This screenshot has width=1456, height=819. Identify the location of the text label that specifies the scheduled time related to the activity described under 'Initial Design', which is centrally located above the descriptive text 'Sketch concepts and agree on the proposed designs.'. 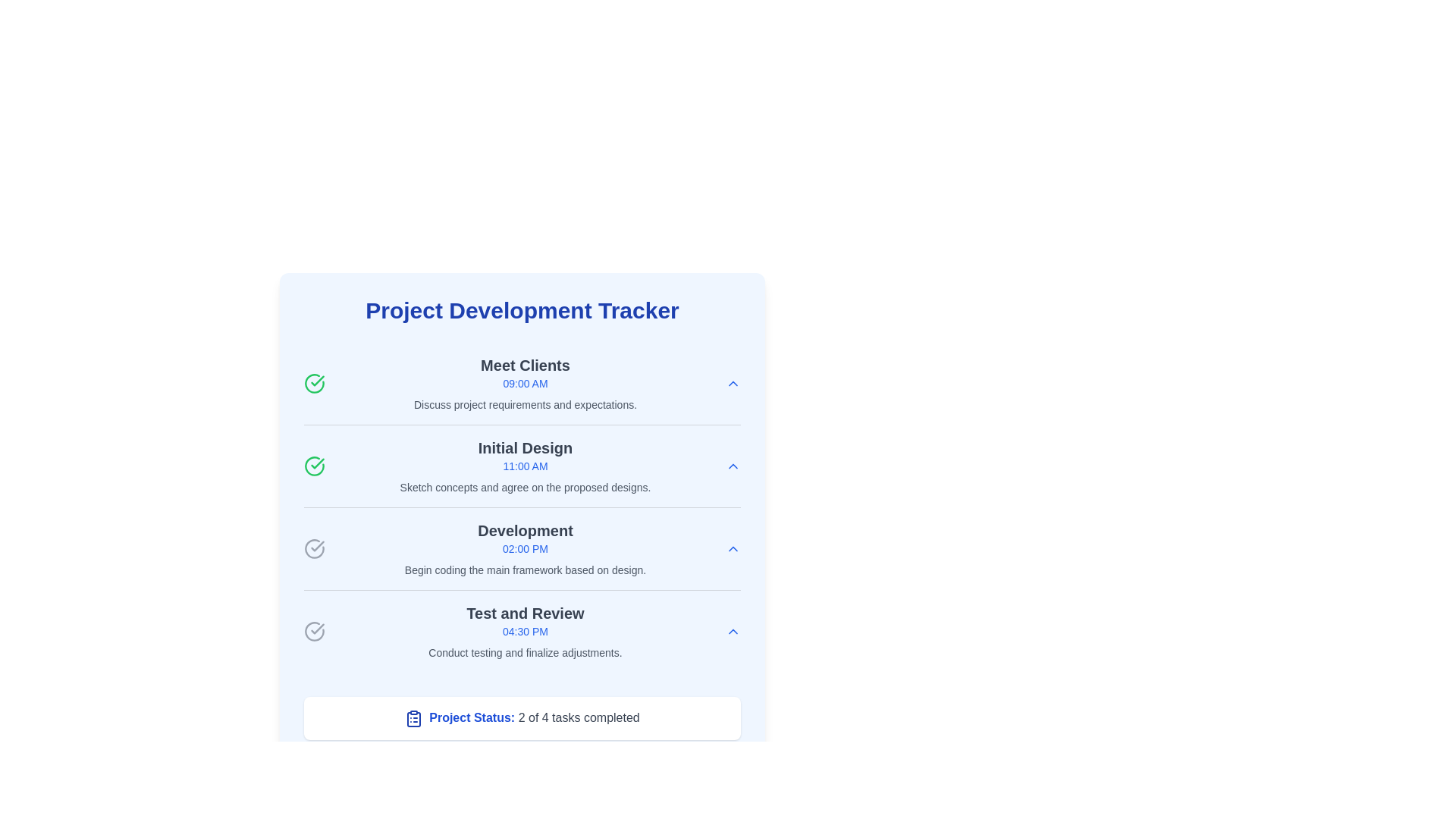
(525, 465).